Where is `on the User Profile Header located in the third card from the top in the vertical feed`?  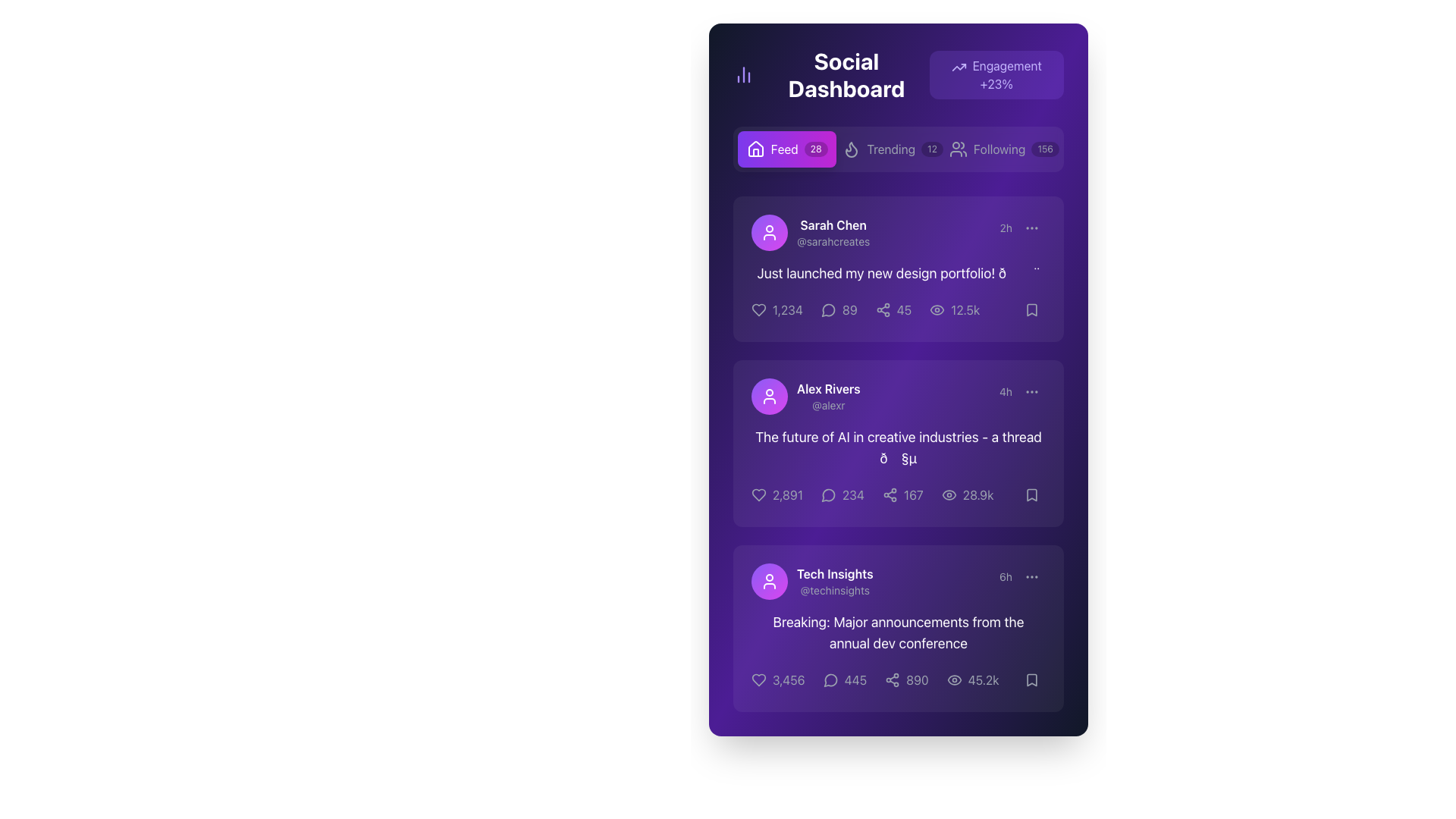
on the User Profile Header located in the third card from the top in the vertical feed is located at coordinates (811, 581).